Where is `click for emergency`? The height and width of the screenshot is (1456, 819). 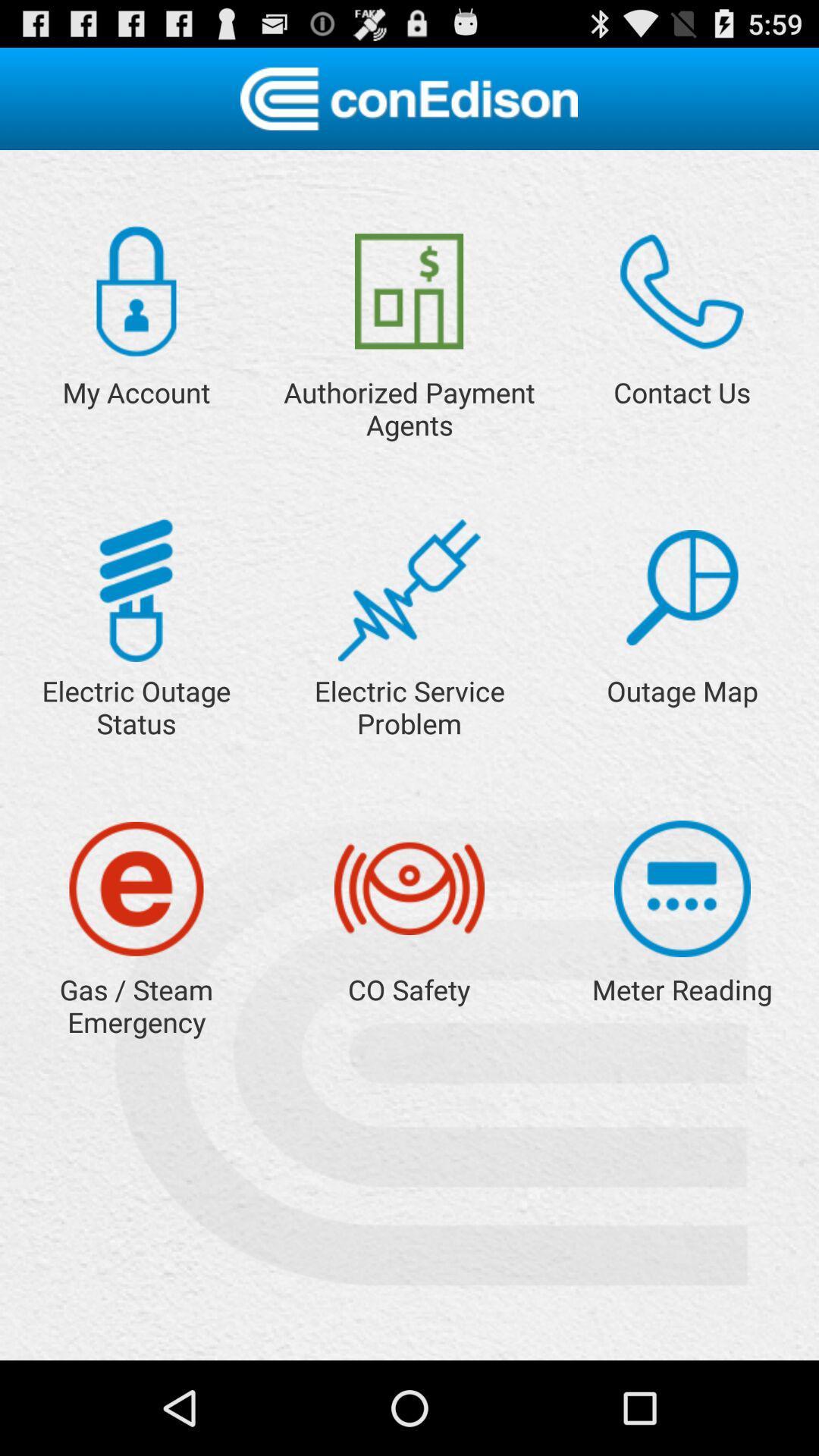
click for emergency is located at coordinates (136, 889).